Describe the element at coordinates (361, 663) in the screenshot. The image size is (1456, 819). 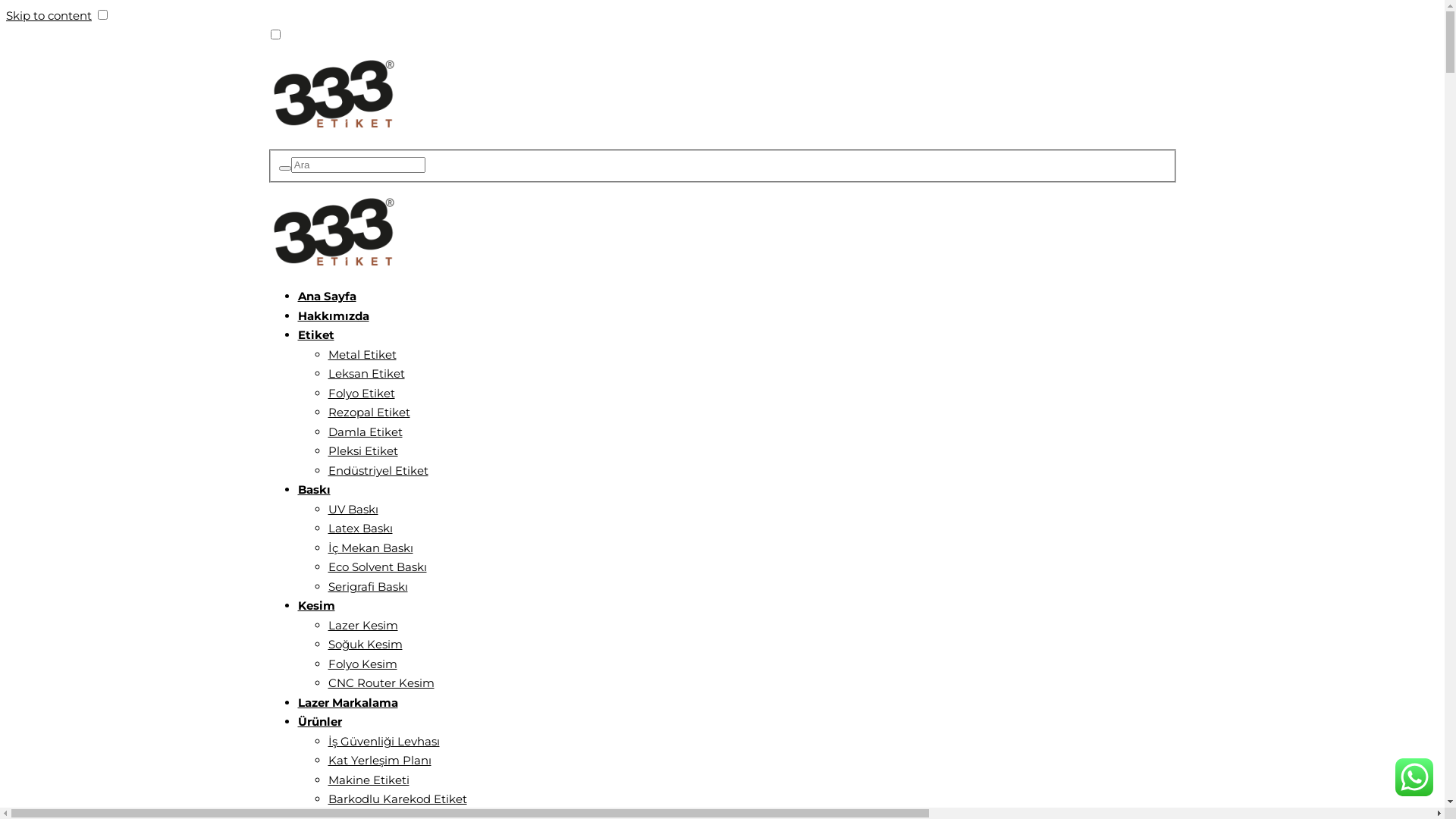
I see `'Folyo Kesim'` at that location.